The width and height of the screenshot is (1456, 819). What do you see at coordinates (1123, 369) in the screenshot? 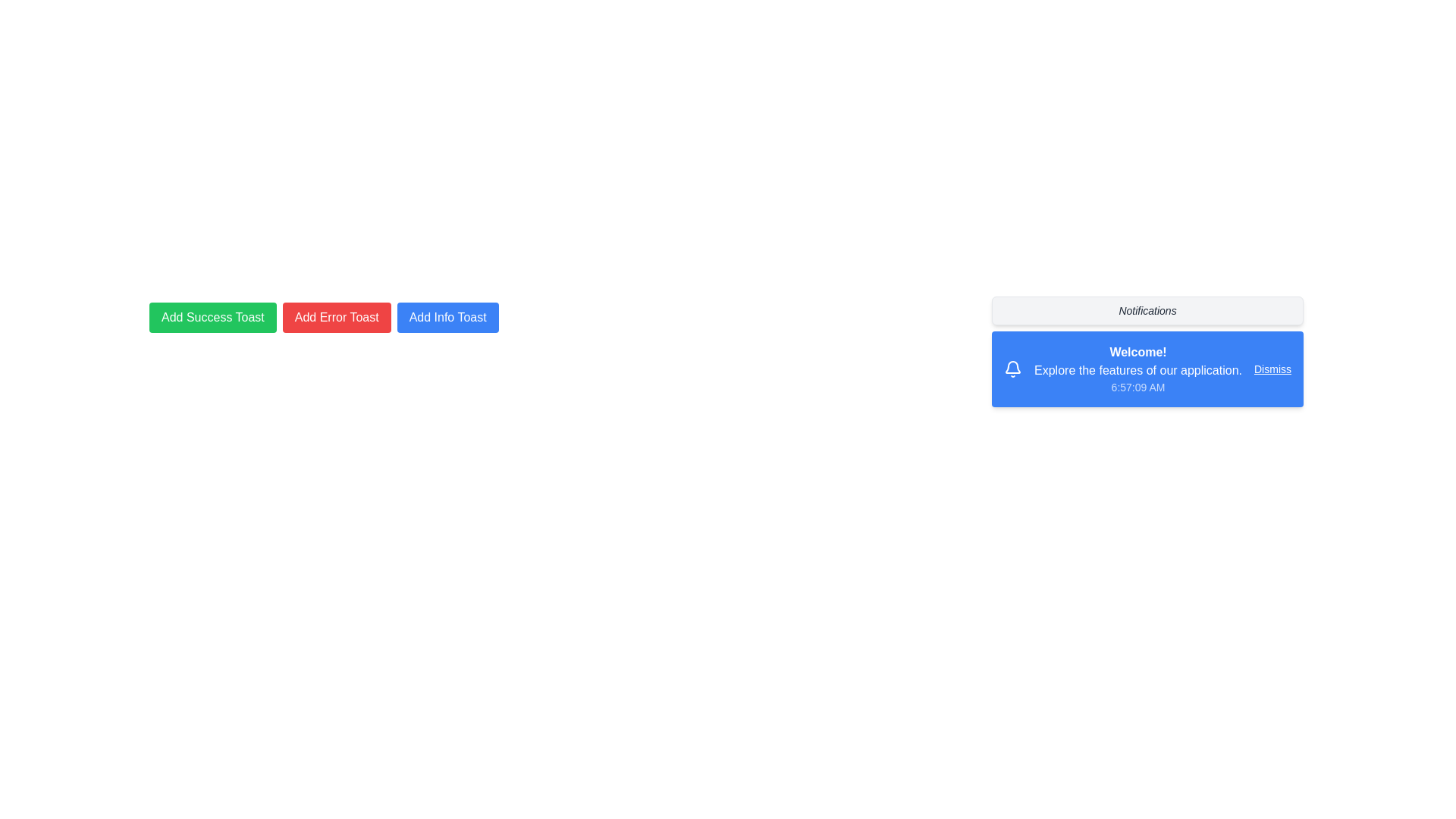
I see `the Text Display element that shows a welcome title and feature exploration prompt in white text on a blue background, located in the bottom-right of the interface` at bounding box center [1123, 369].